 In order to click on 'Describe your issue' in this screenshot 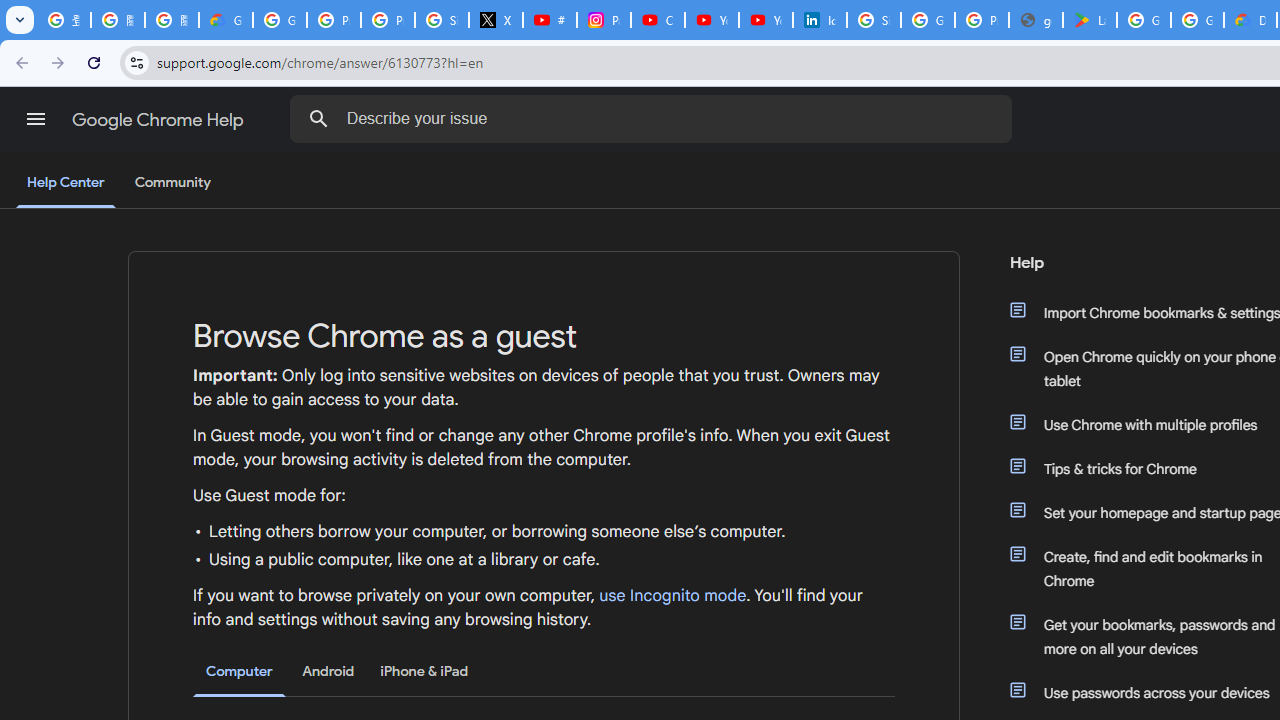, I will do `click(654, 118)`.